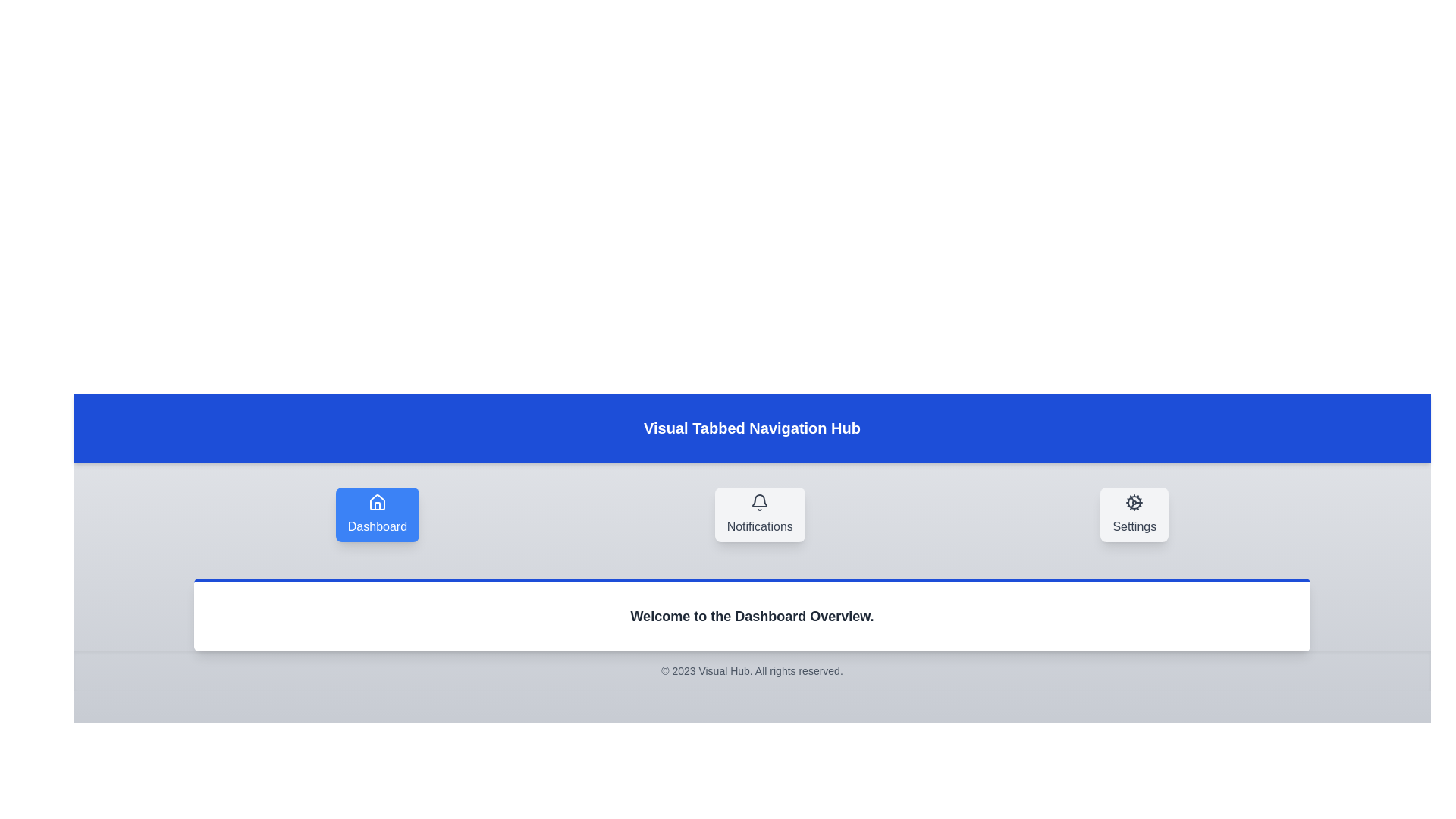 The image size is (1456, 819). Describe the element at coordinates (752, 513) in the screenshot. I see `the middle navigation tab in the 'Visual Tabbed Navigation Hub'` at that location.